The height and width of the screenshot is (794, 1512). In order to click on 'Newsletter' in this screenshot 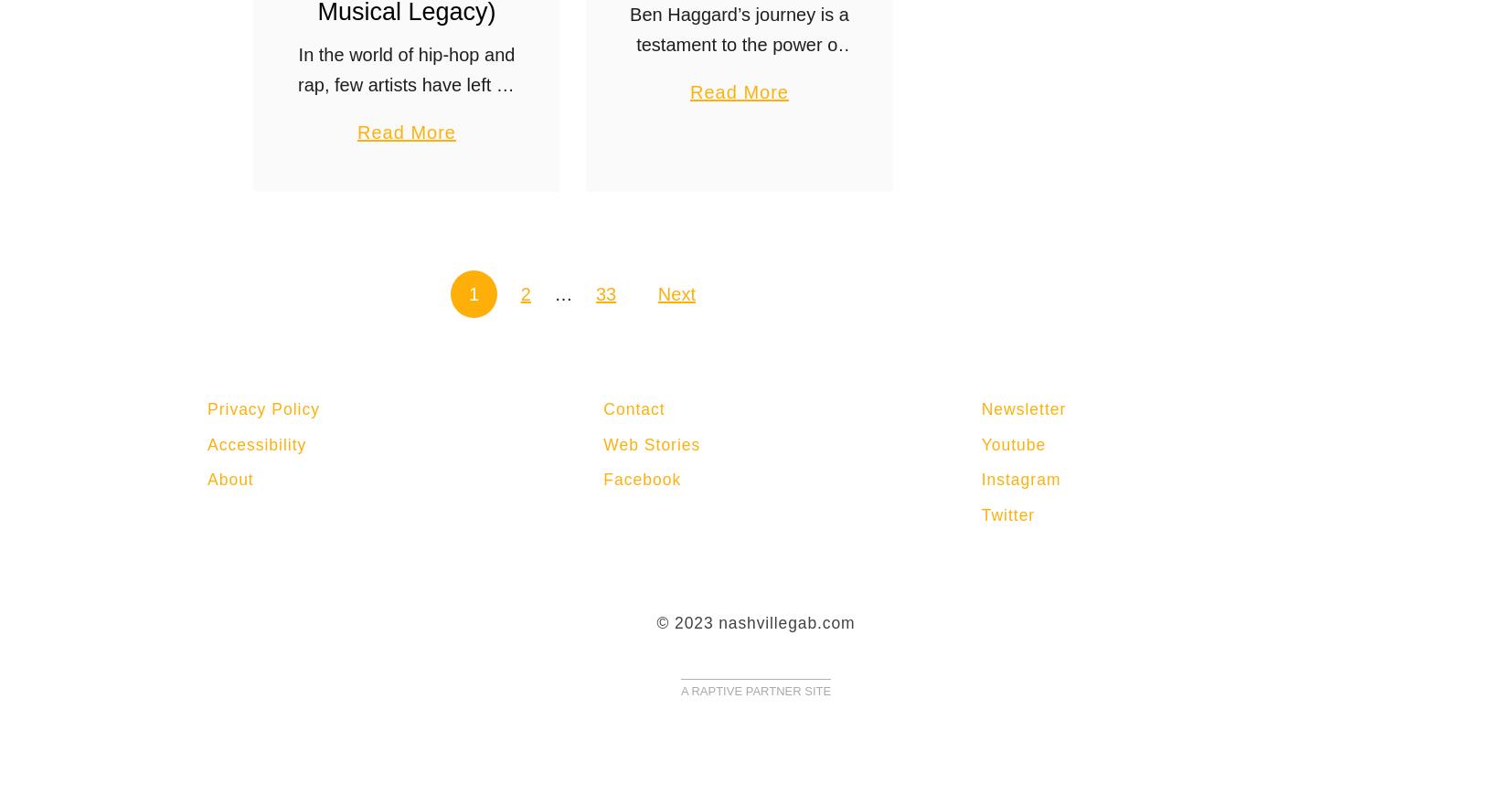, I will do `click(1022, 408)`.